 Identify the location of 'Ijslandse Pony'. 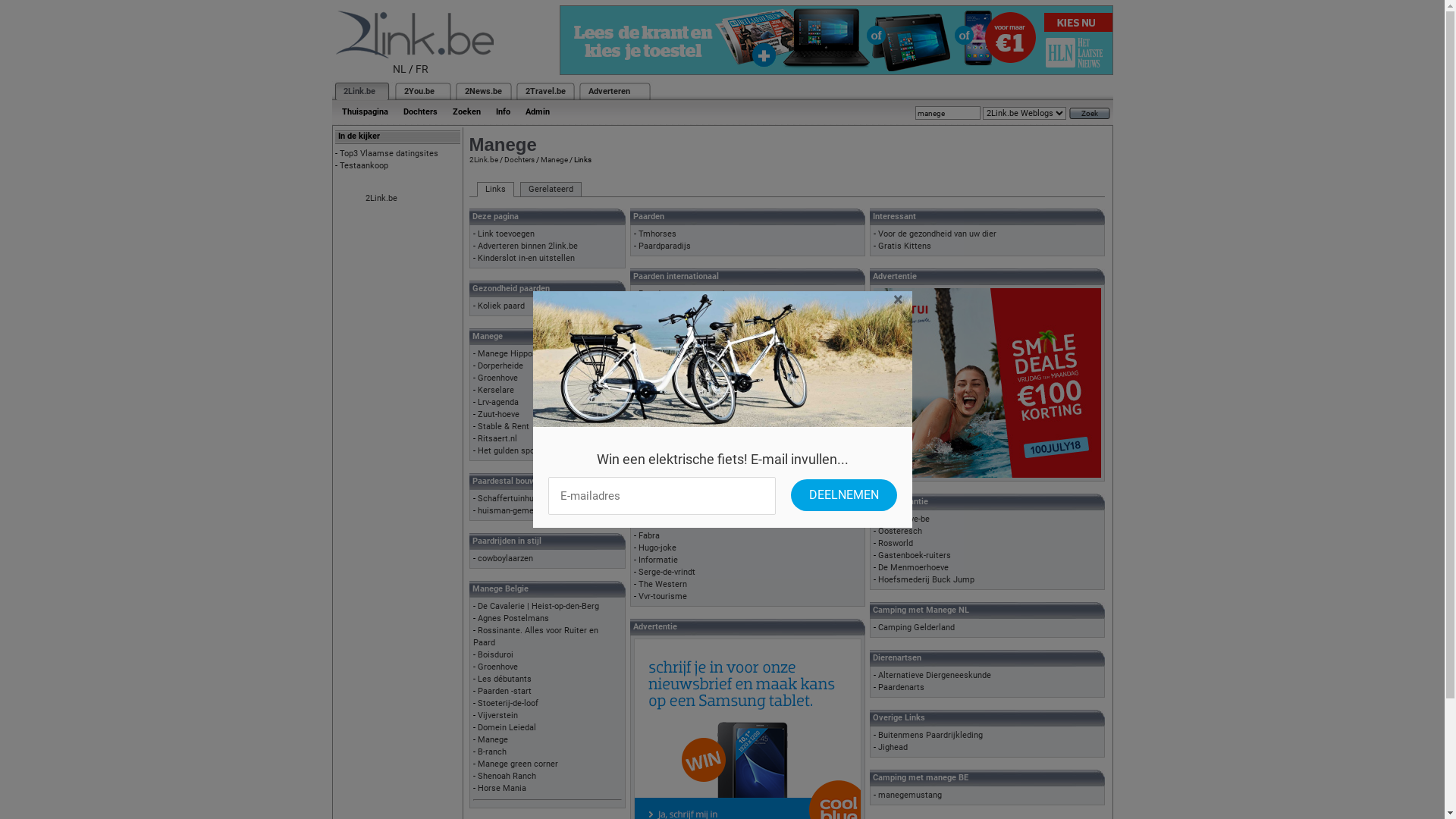
(666, 439).